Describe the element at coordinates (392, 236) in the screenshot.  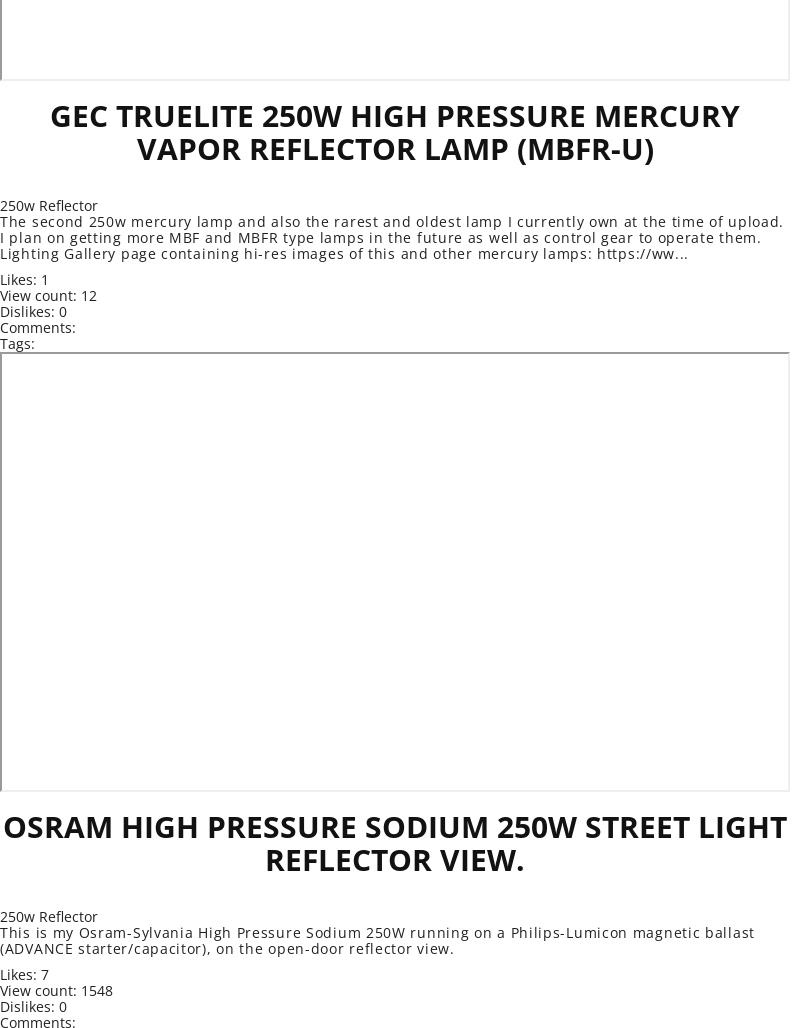
I see `'The second 250w mercury lamp and also the rarest and oldest lamp I currently own at the time of upload. I plan on getting more MBF and MBFR type lamps in the future as well as control gear to operate them.

Lighting Gallery page containing hi-res images of this and other mercury lamps: https://ww...'` at that location.